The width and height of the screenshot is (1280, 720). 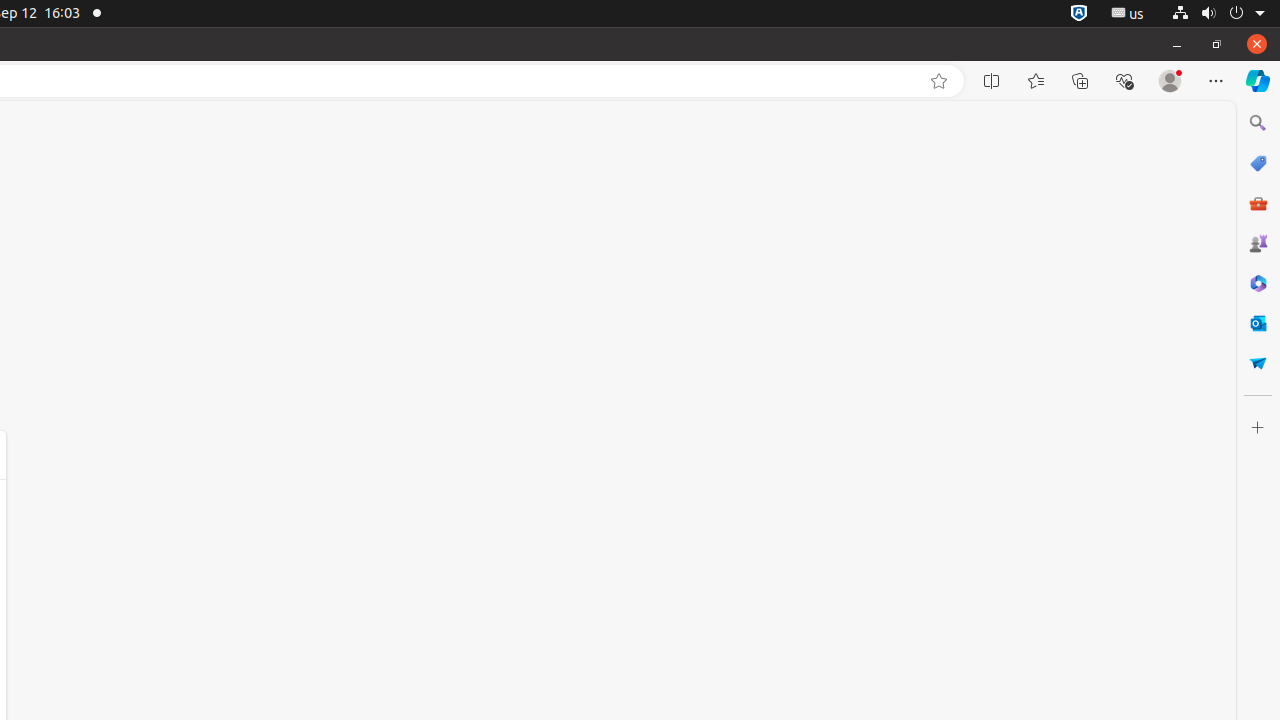 I want to click on 'Add this page to favorites (Ctrl+D)', so click(x=938, y=80).